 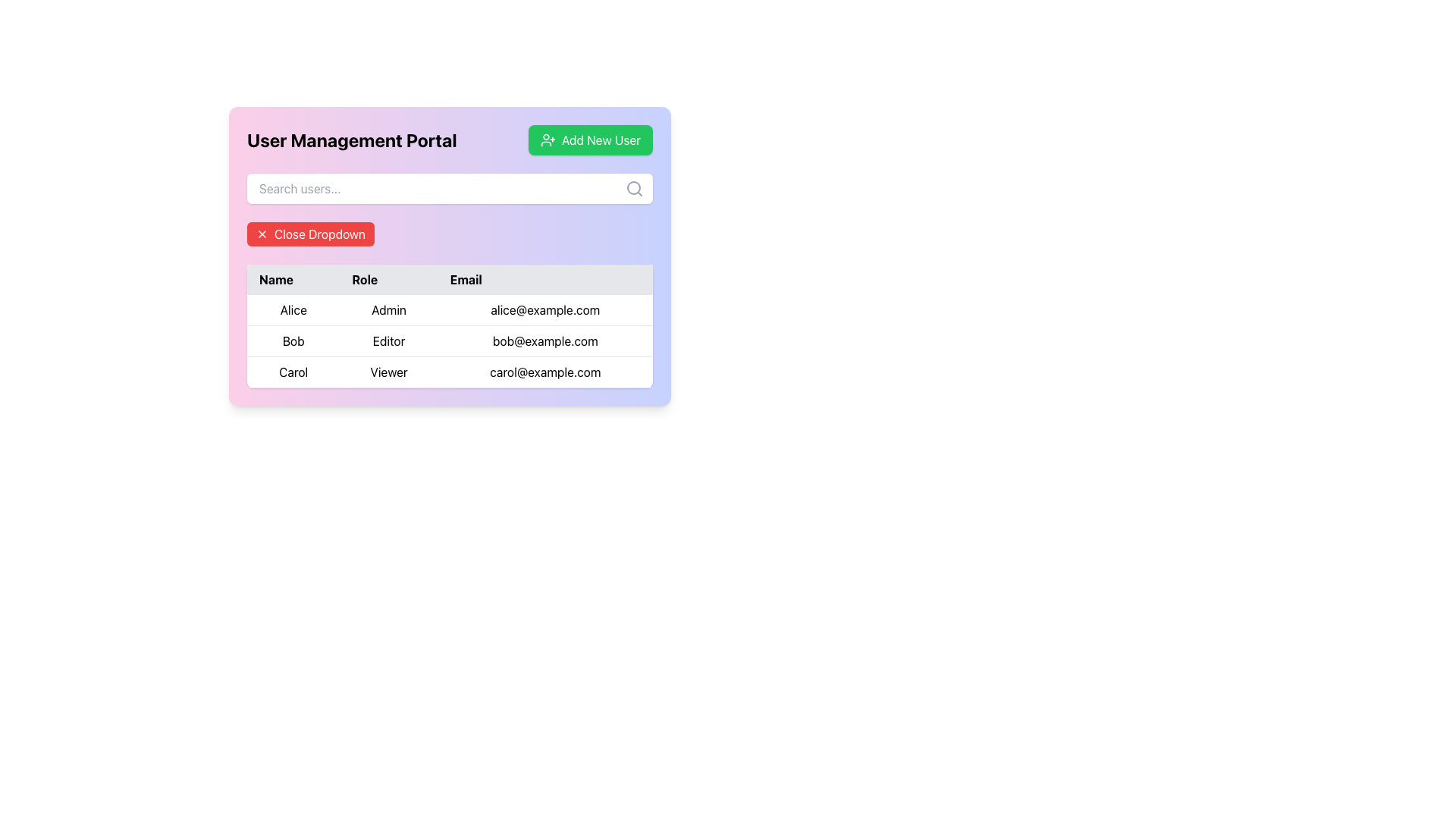 I want to click on the role cell of the third table row, so click(x=449, y=372).